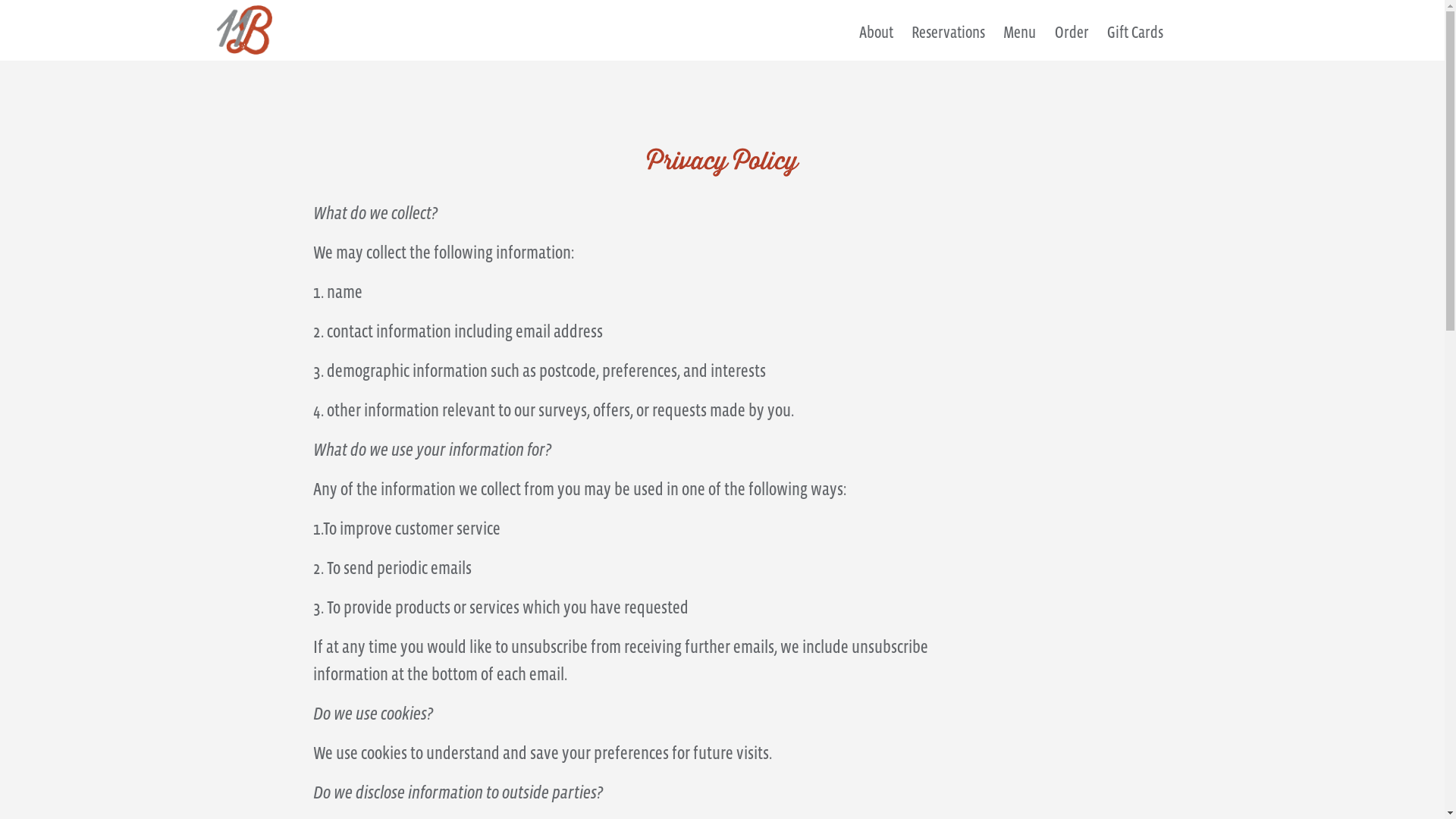  I want to click on 'About', so click(876, 39).